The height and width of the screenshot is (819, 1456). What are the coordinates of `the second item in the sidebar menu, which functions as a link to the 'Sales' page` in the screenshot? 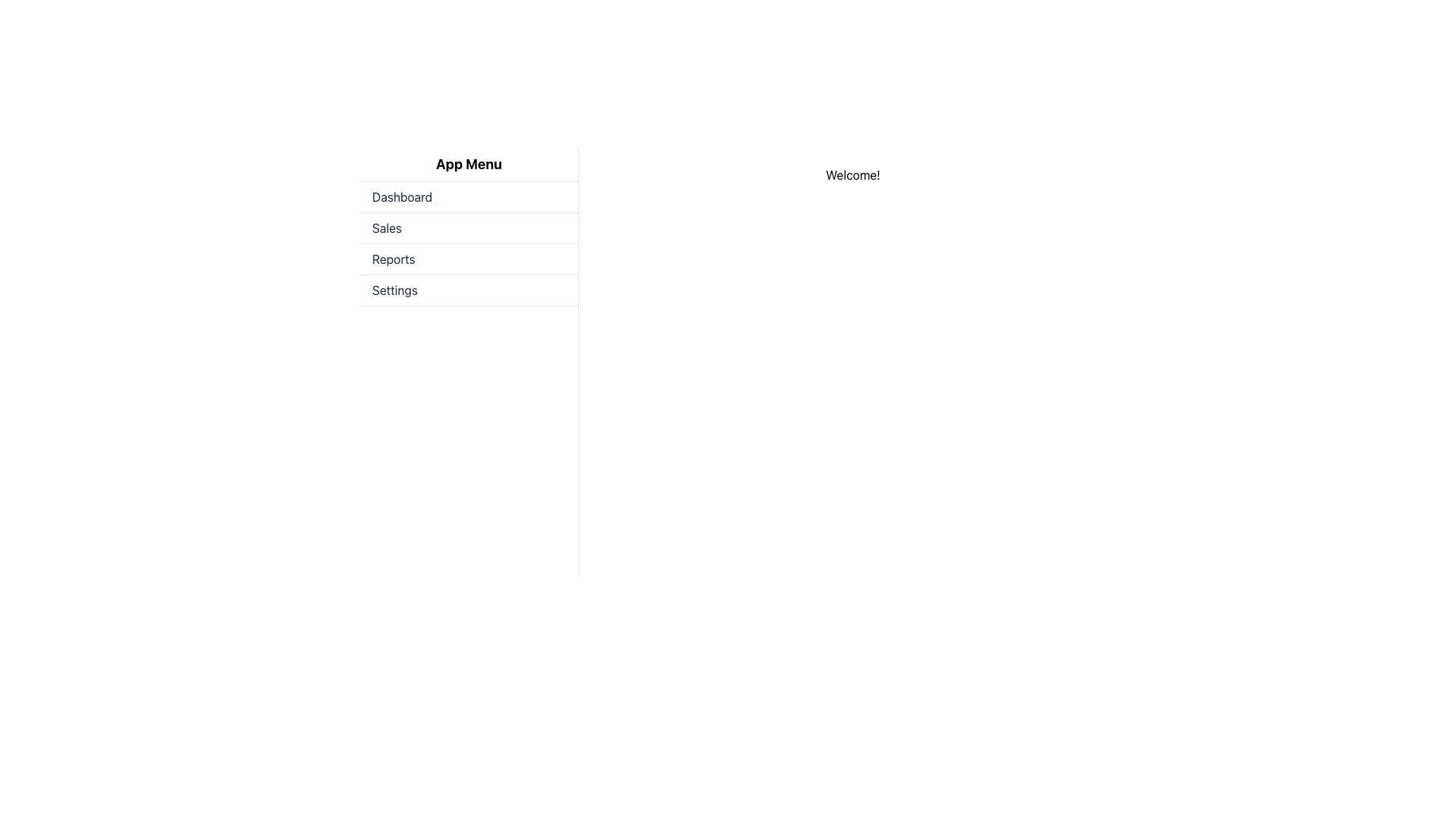 It's located at (468, 228).